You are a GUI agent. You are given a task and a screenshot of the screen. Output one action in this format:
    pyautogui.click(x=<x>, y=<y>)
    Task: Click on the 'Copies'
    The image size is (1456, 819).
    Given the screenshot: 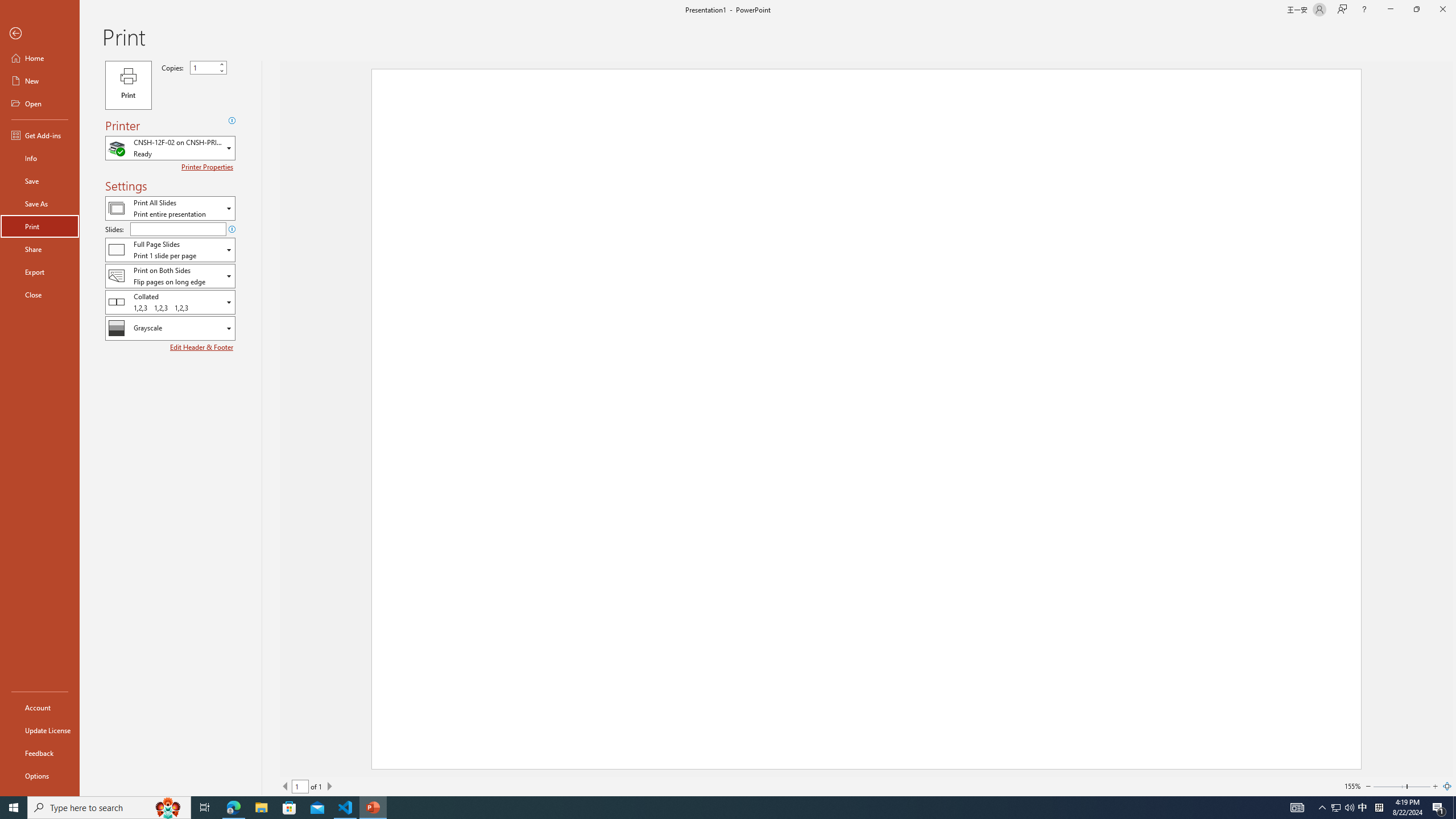 What is the action you would take?
    pyautogui.click(x=204, y=67)
    